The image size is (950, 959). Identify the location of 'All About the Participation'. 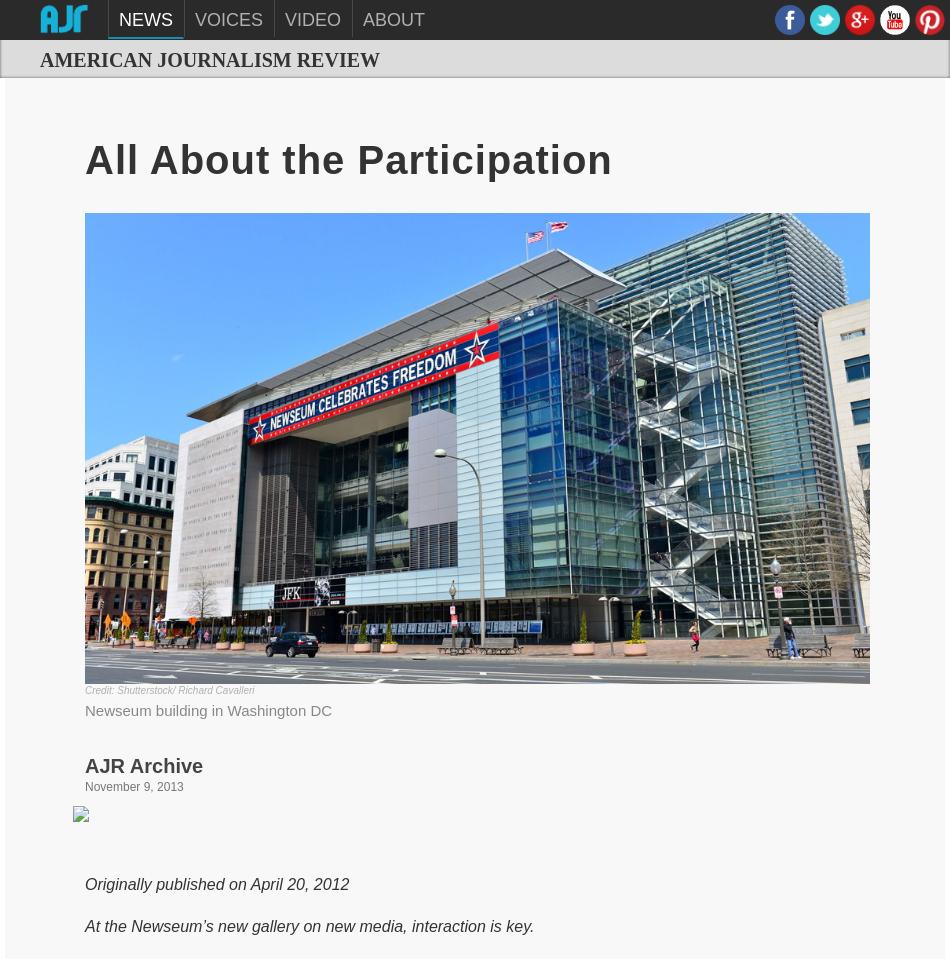
(85, 158).